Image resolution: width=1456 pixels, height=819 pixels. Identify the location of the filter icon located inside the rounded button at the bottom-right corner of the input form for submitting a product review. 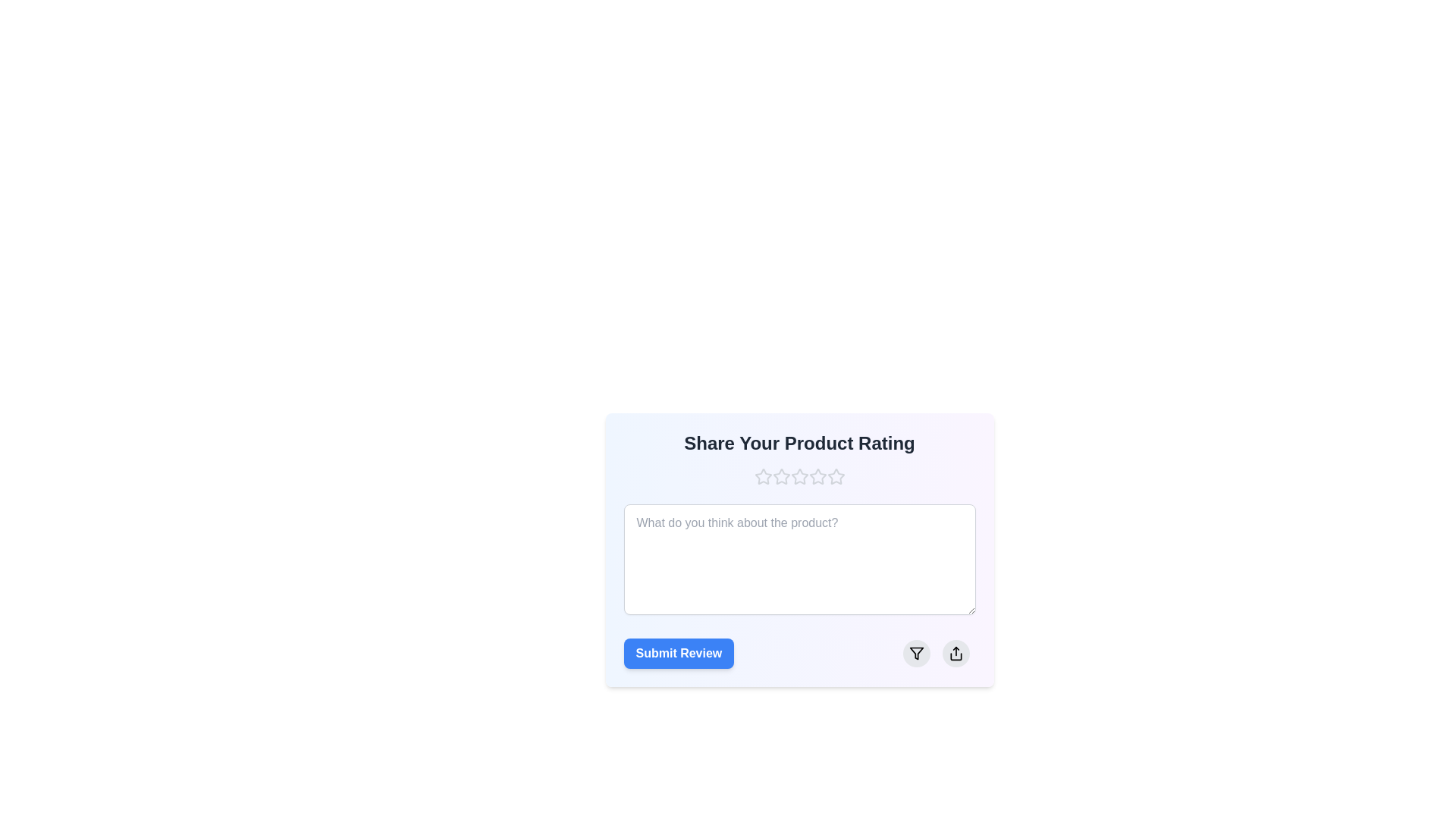
(915, 652).